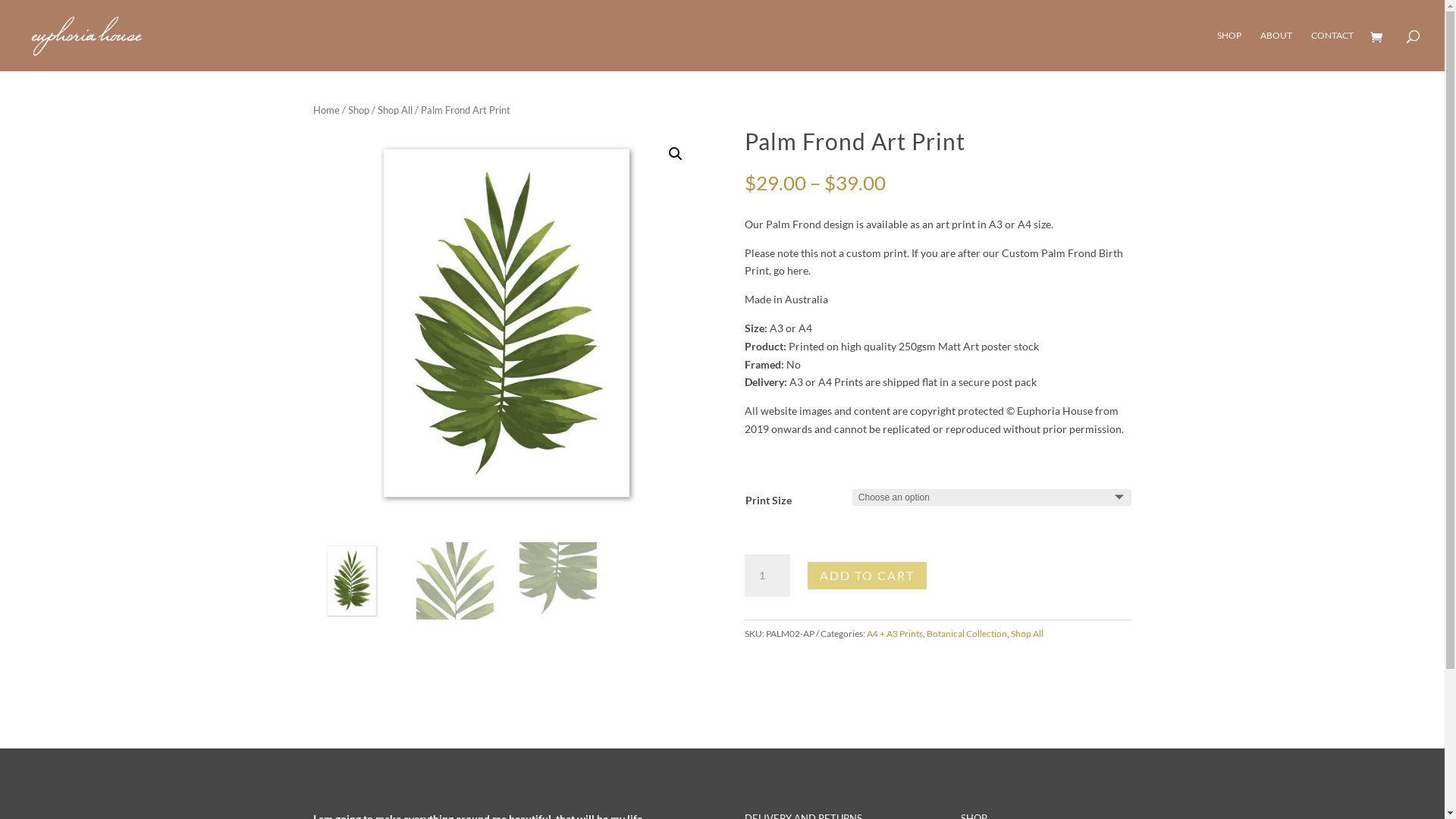  What do you see at coordinates (895, 633) in the screenshot?
I see `'A4 + A3 Prints'` at bounding box center [895, 633].